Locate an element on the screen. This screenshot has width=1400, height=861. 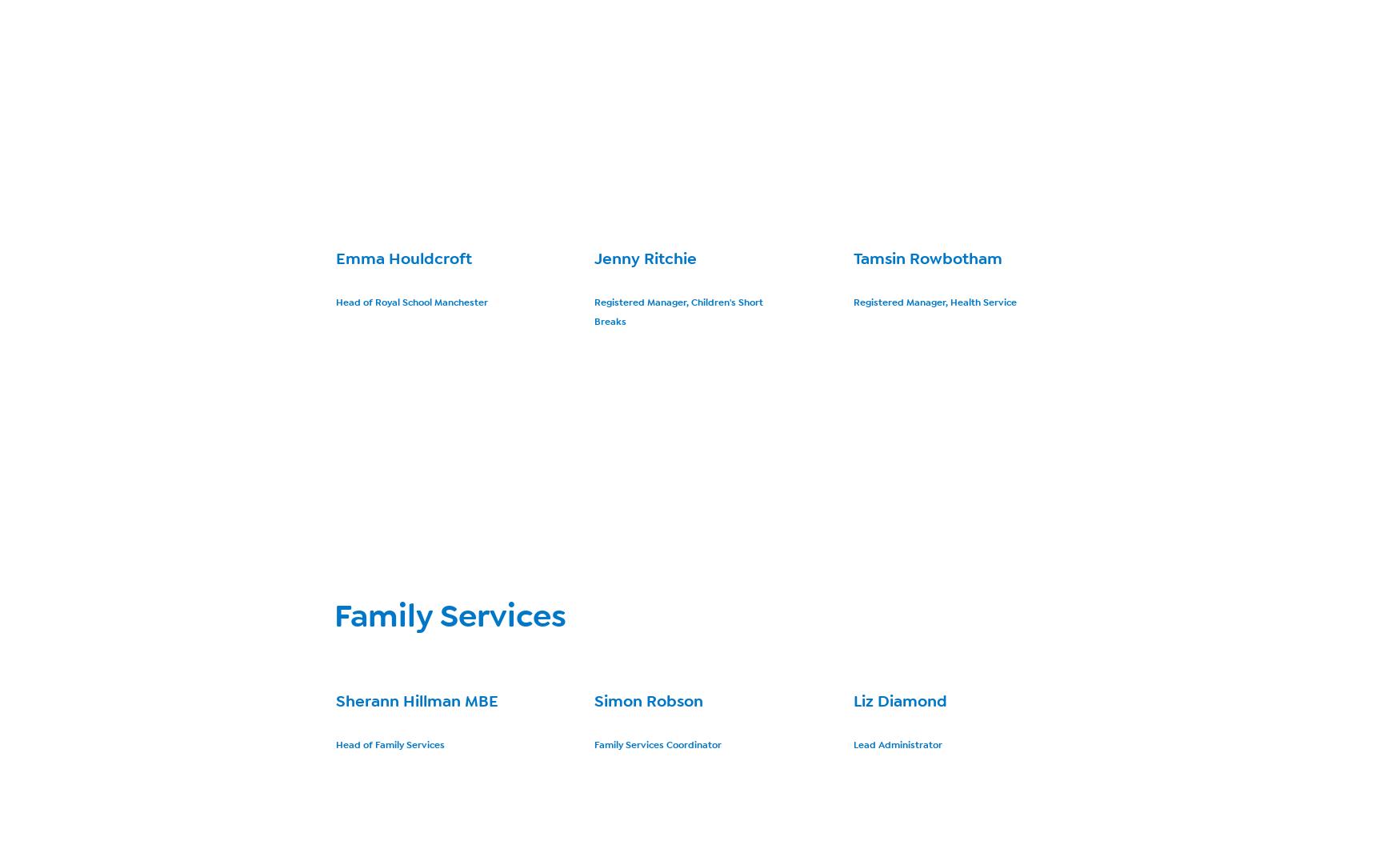
'Family Services Coordinator' is located at coordinates (658, 743).